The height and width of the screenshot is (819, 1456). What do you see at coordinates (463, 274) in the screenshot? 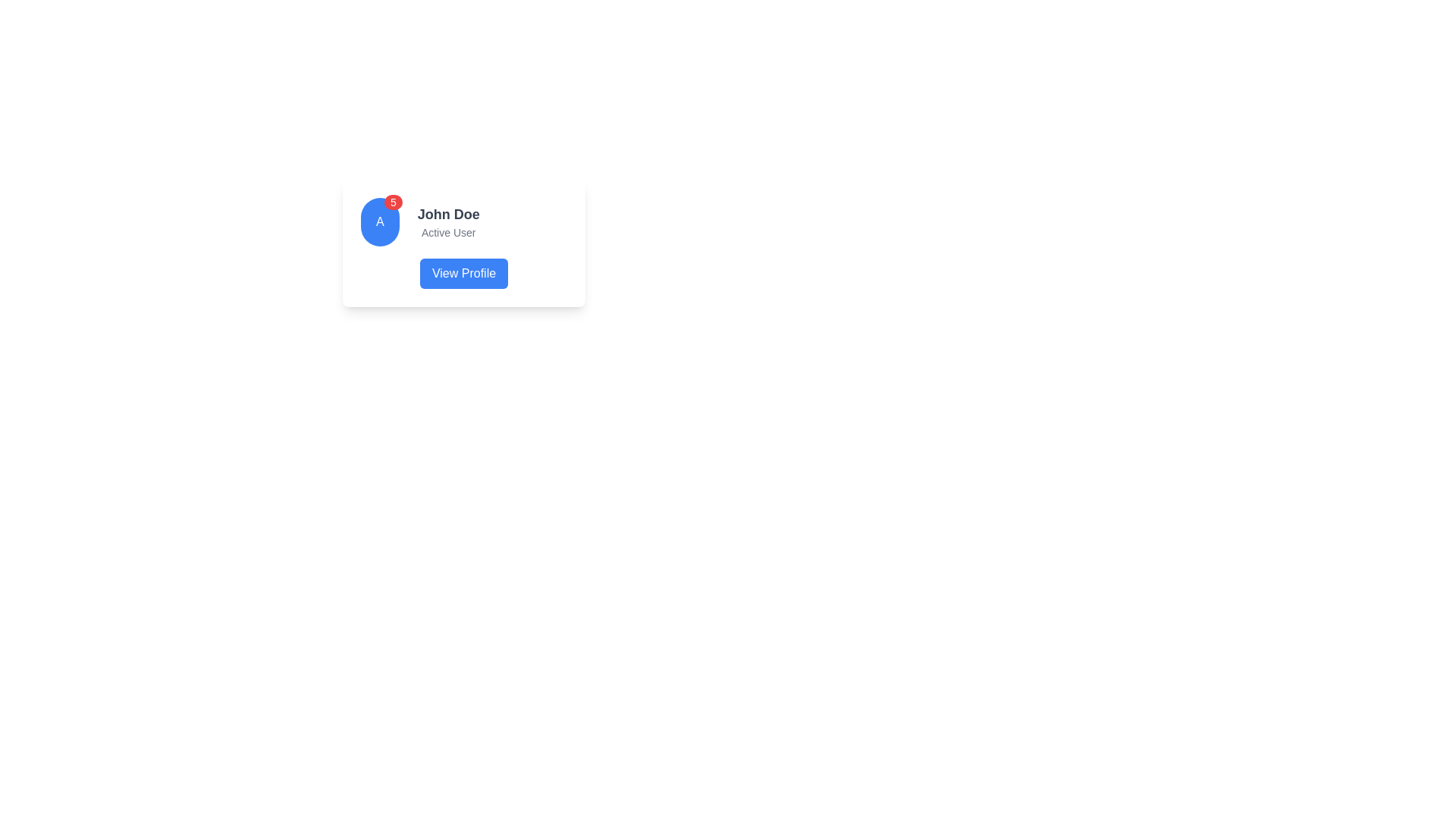
I see `the button located at the bottom of the card component, which is centered horizontally and follows the 'John Doe' label and 'Active User' status indicators, to change its background color` at bounding box center [463, 274].